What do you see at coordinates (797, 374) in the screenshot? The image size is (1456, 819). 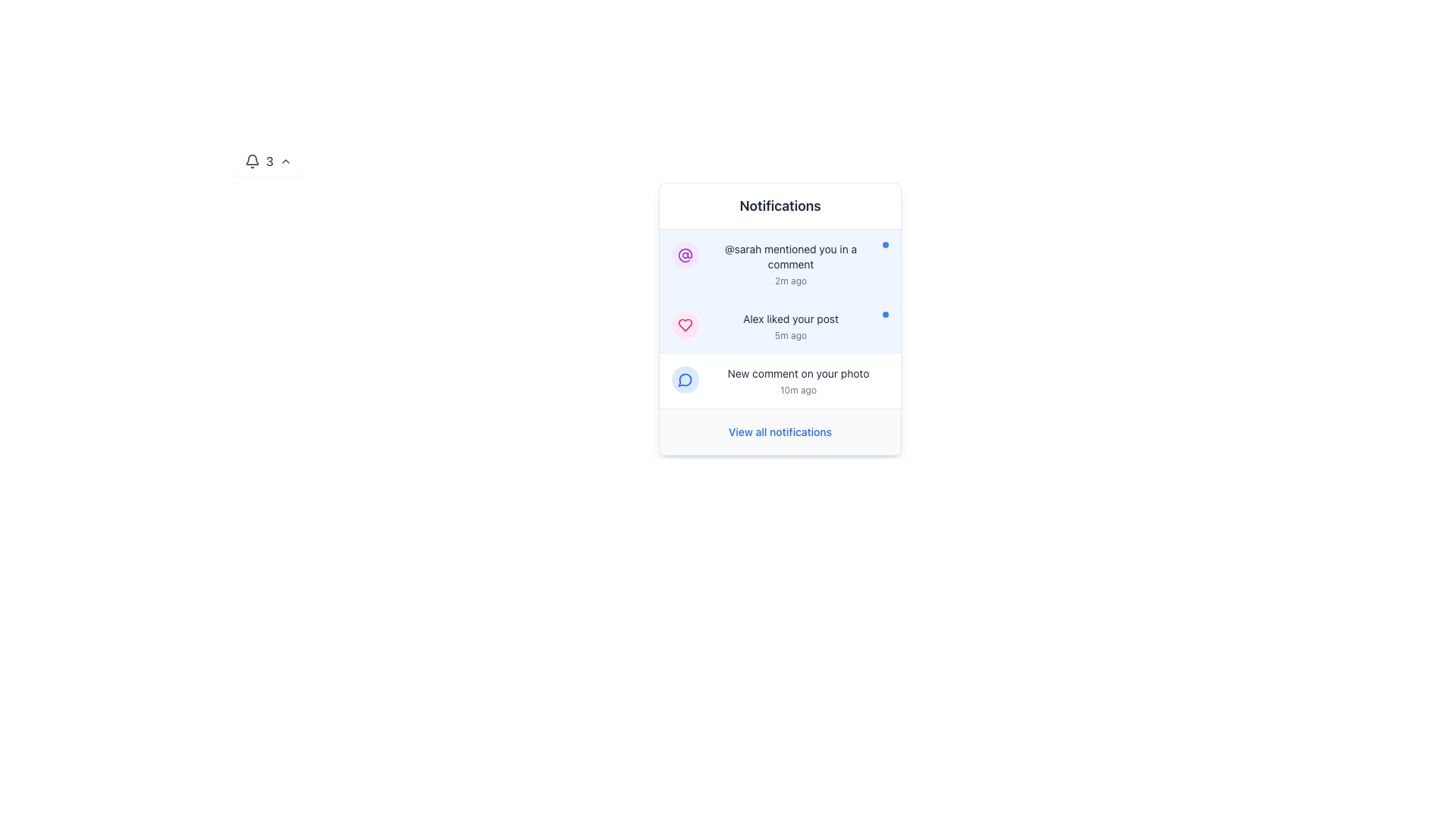 I see `the static text element that notifies the user of a new comment on their photo, located in the third row of the notification list` at bounding box center [797, 374].